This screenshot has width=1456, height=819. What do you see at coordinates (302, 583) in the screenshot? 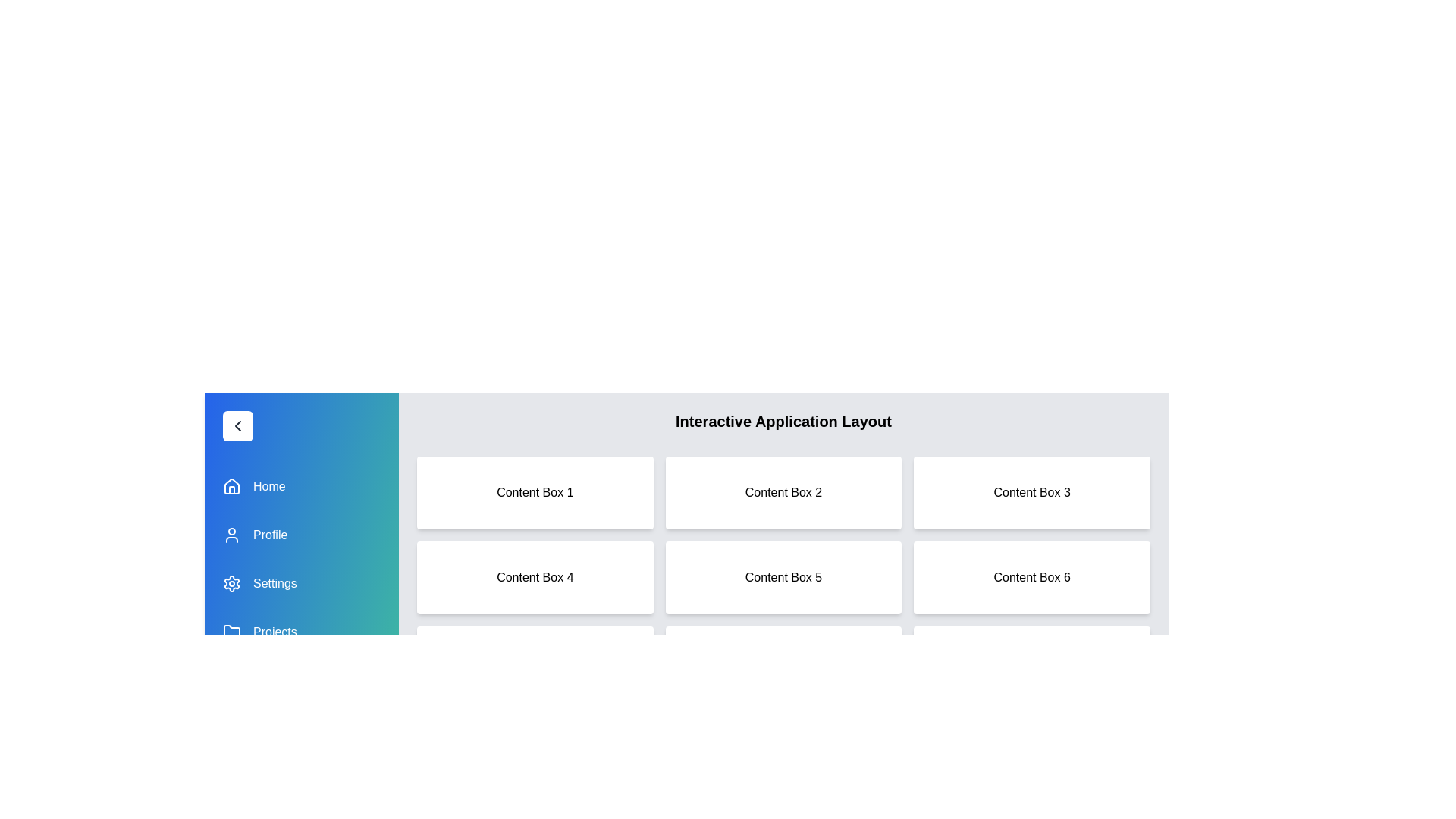
I see `the menu item Settings to navigate or activate its associated functionality` at bounding box center [302, 583].